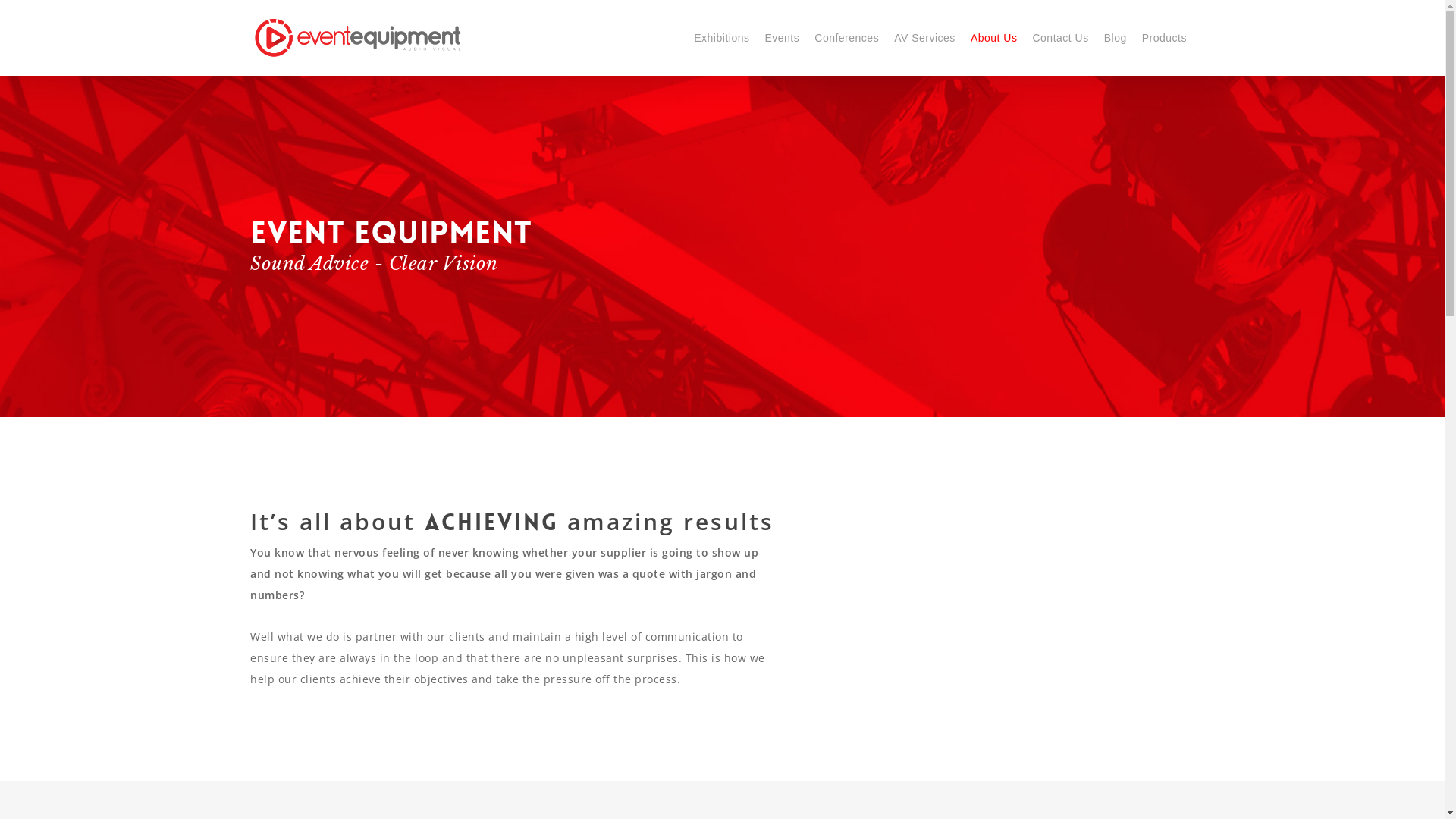  What do you see at coordinates (1134, 37) in the screenshot?
I see `'Products'` at bounding box center [1134, 37].